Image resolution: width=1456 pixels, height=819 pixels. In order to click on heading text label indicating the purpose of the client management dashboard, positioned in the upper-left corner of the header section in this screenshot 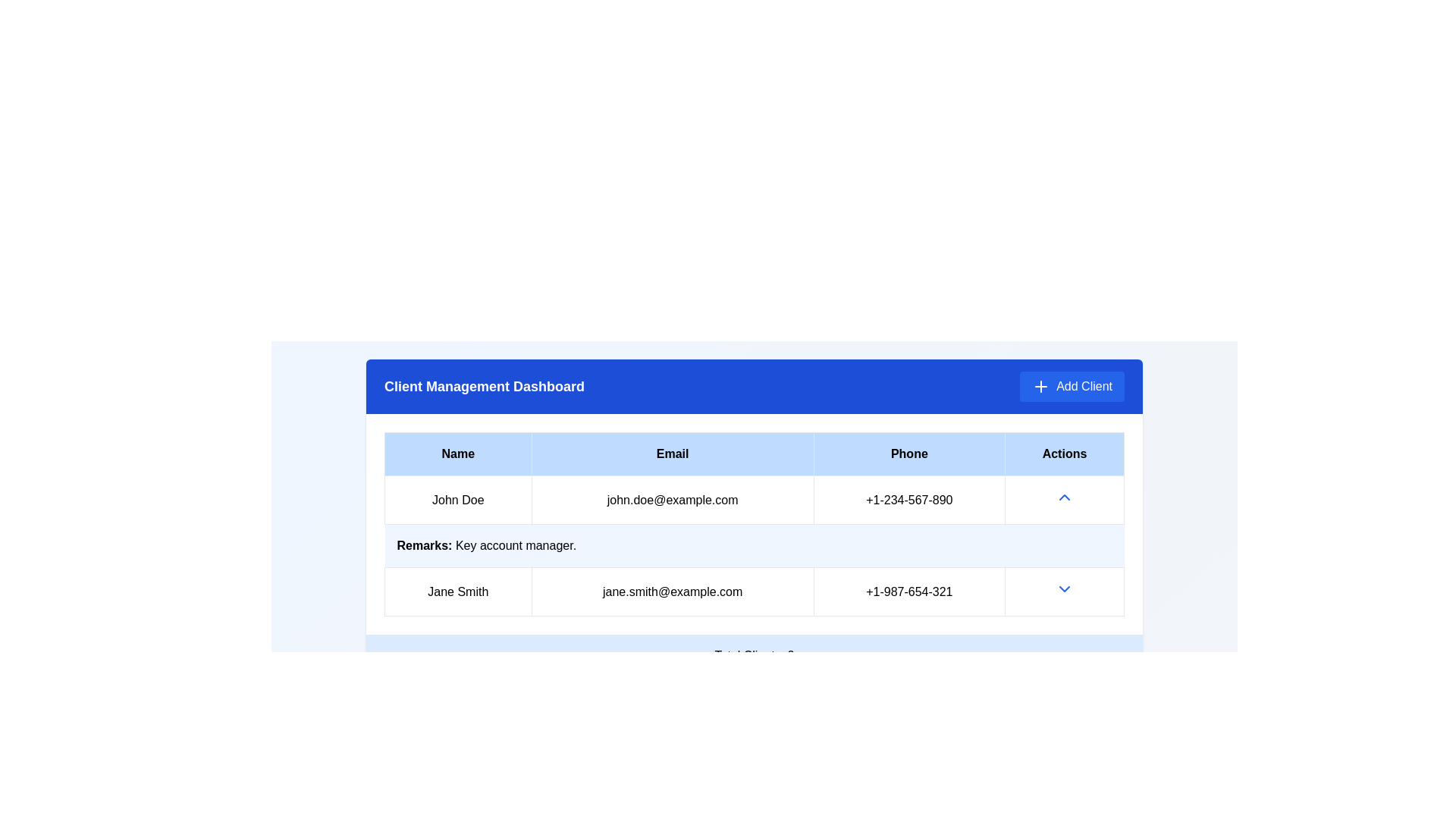, I will do `click(483, 385)`.